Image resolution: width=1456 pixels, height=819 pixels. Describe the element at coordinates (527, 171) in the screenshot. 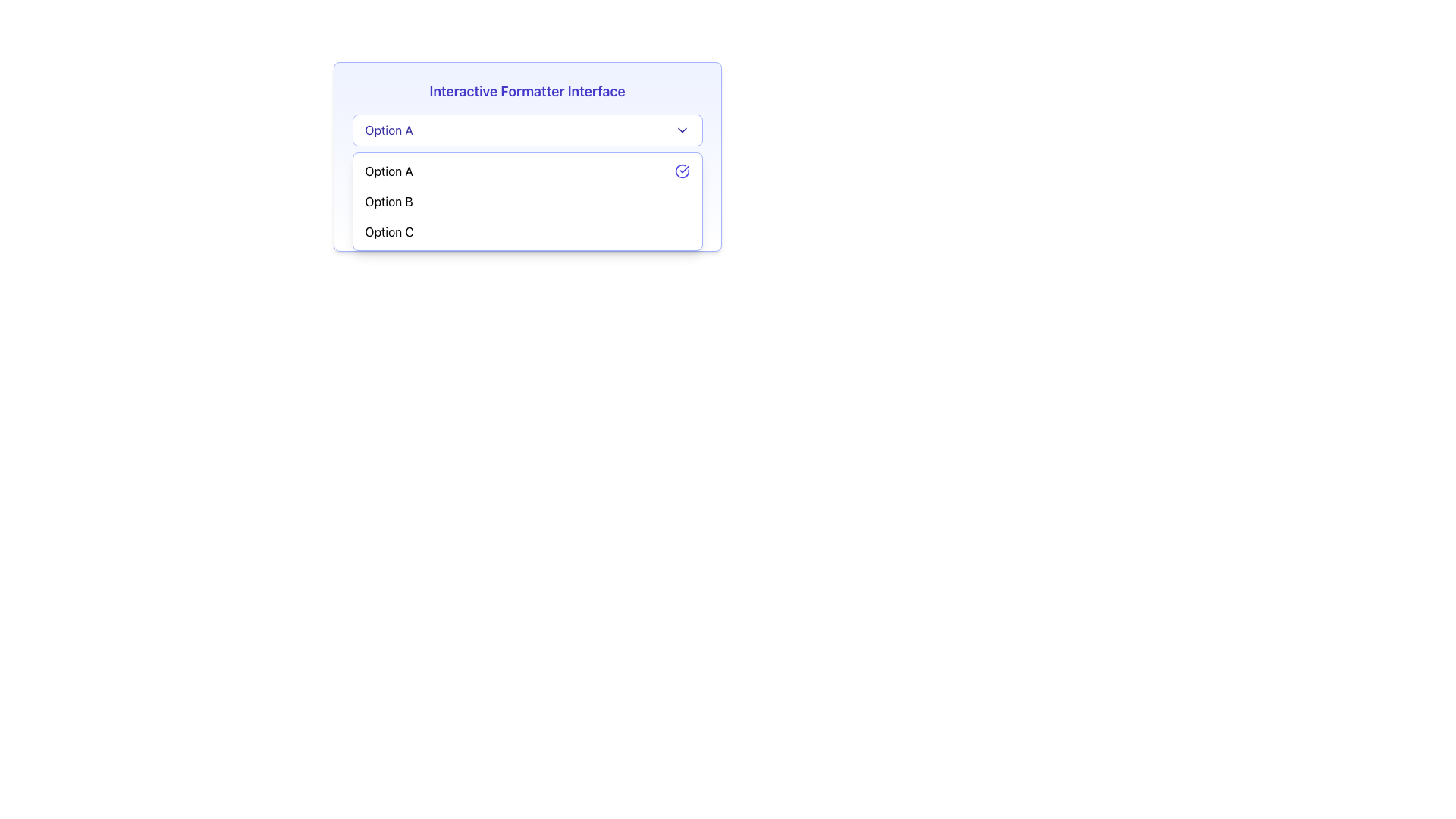

I see `the first item in the dropdown list` at that location.